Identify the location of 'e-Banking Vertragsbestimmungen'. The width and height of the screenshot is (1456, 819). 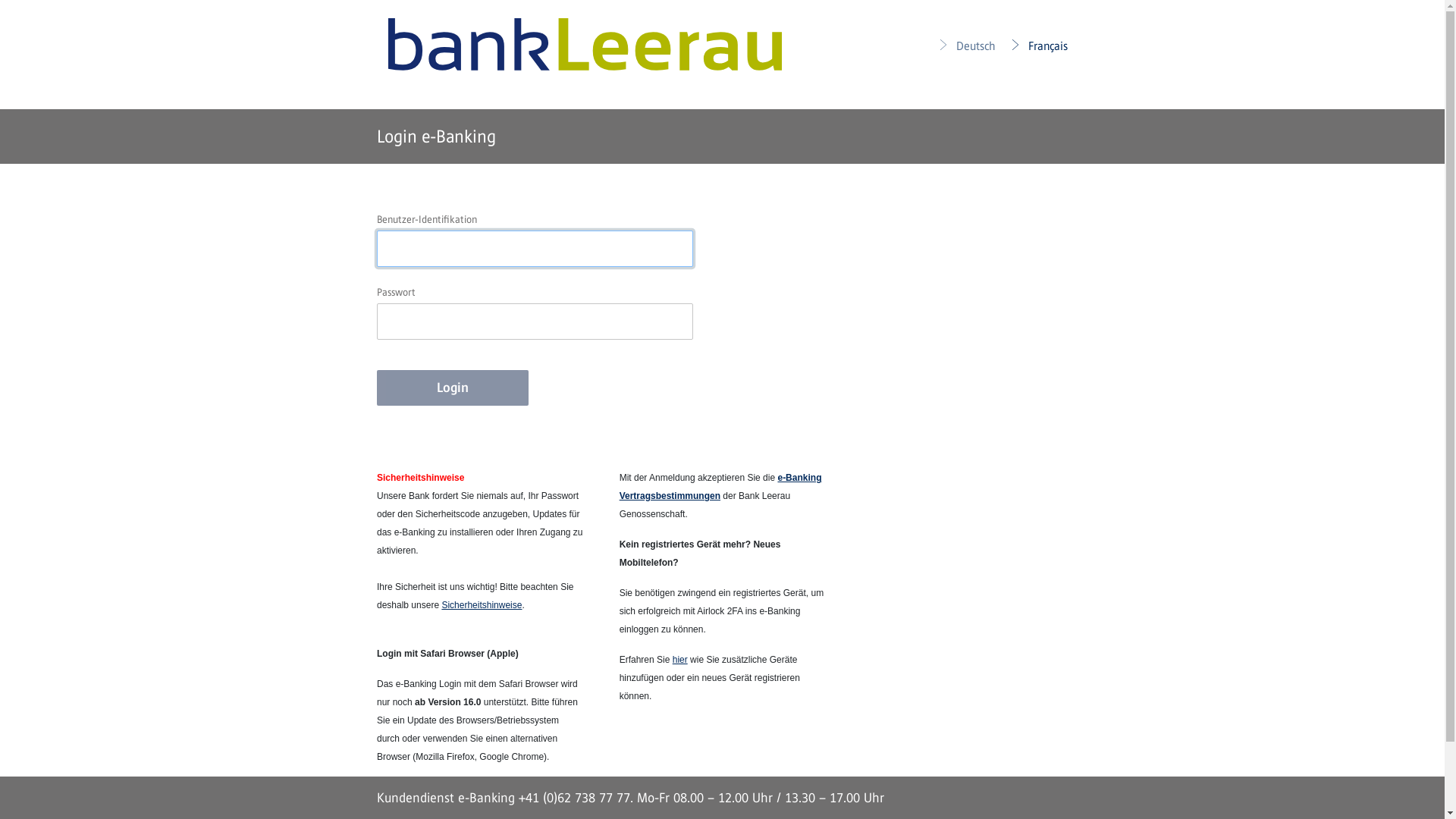
(720, 486).